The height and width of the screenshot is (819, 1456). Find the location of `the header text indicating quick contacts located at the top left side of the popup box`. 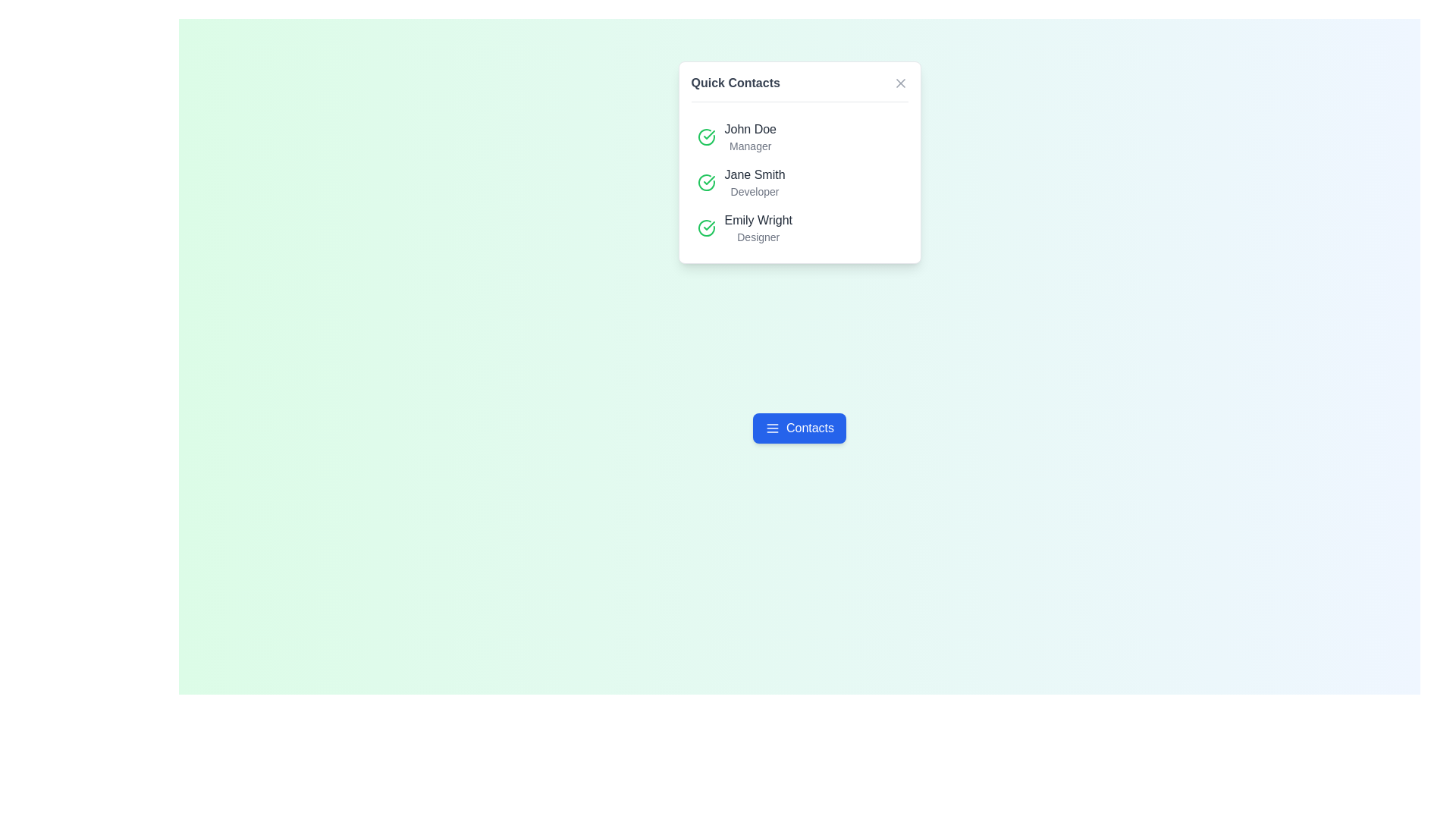

the header text indicating quick contacts located at the top left side of the popup box is located at coordinates (736, 83).